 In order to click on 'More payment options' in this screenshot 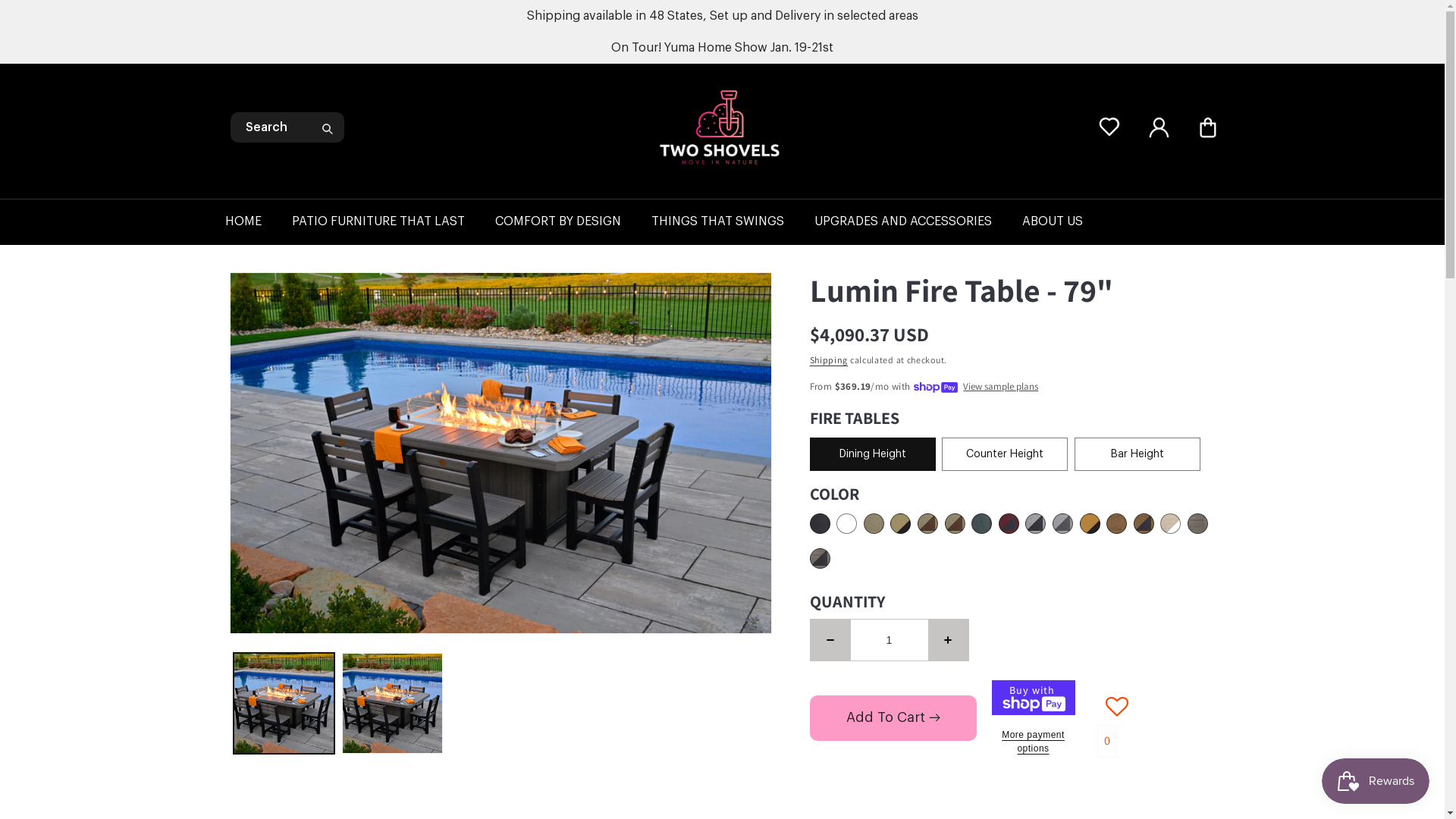, I will do `click(1033, 741)`.